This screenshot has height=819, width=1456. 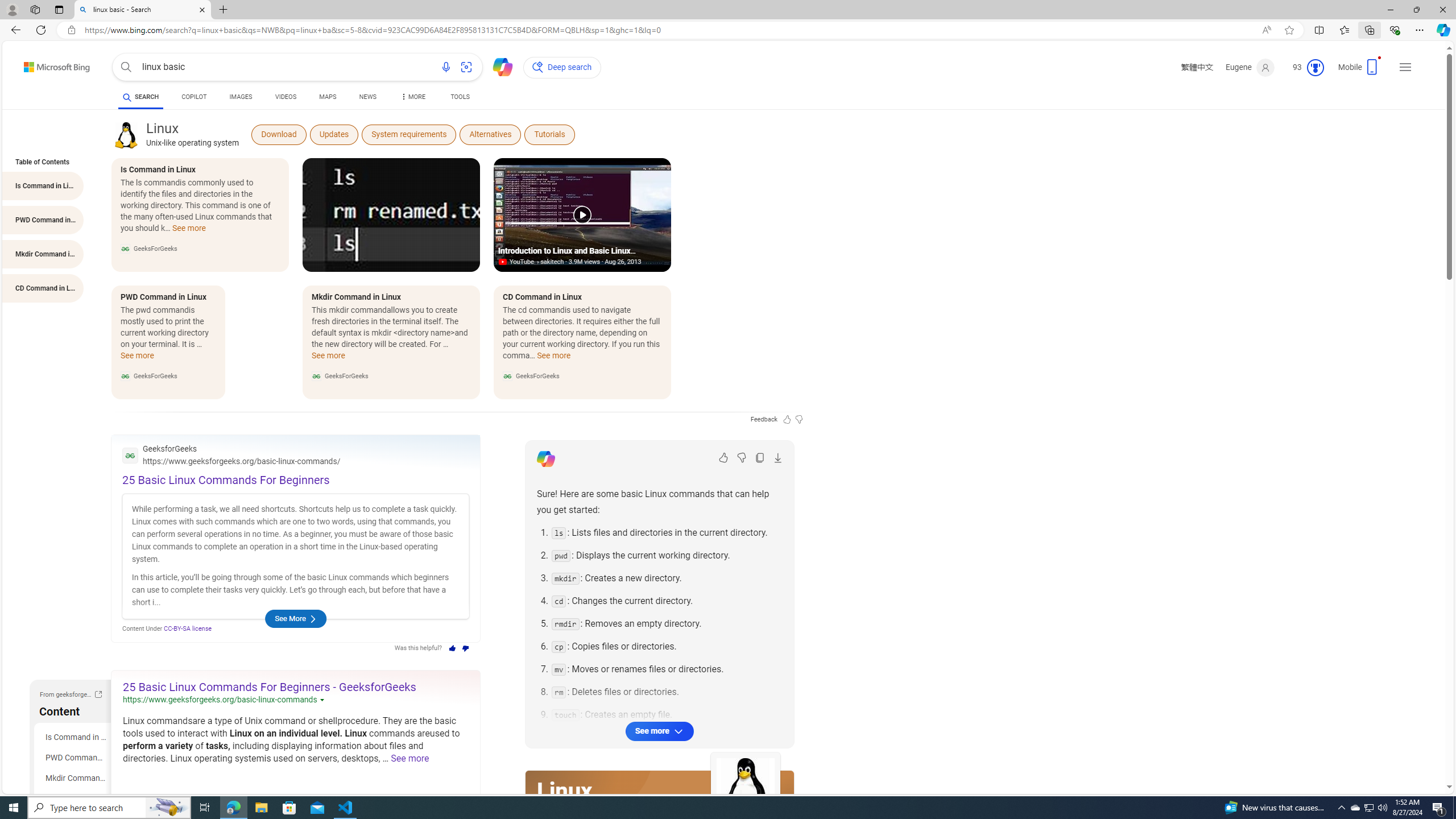 What do you see at coordinates (286, 98) in the screenshot?
I see `'AutomationID: b-scopeListItem-video'` at bounding box center [286, 98].